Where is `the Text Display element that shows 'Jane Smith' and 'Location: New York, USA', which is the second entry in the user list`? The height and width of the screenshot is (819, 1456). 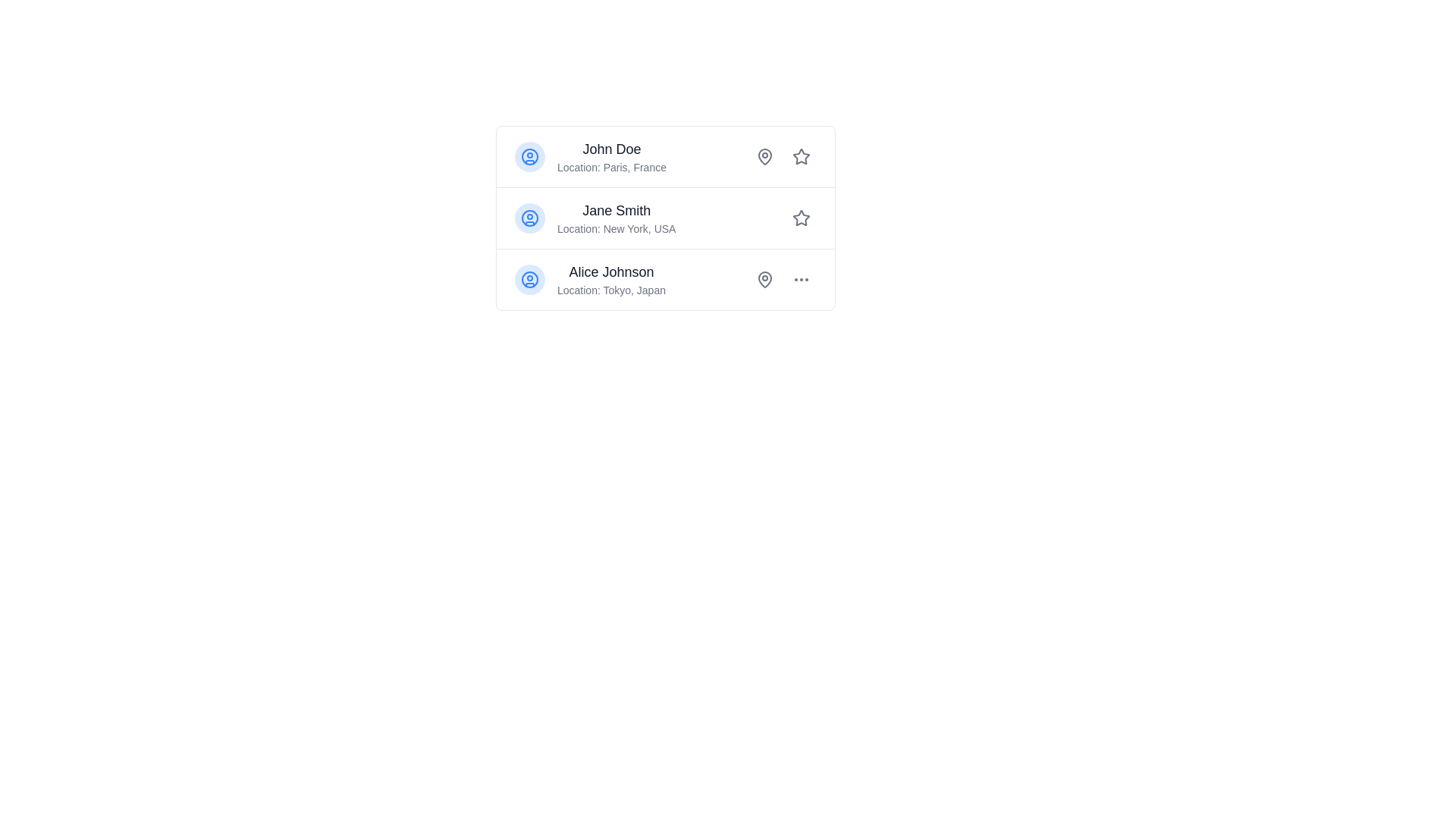
the Text Display element that shows 'Jane Smith' and 'Location: New York, USA', which is the second entry in the user list is located at coordinates (617, 218).